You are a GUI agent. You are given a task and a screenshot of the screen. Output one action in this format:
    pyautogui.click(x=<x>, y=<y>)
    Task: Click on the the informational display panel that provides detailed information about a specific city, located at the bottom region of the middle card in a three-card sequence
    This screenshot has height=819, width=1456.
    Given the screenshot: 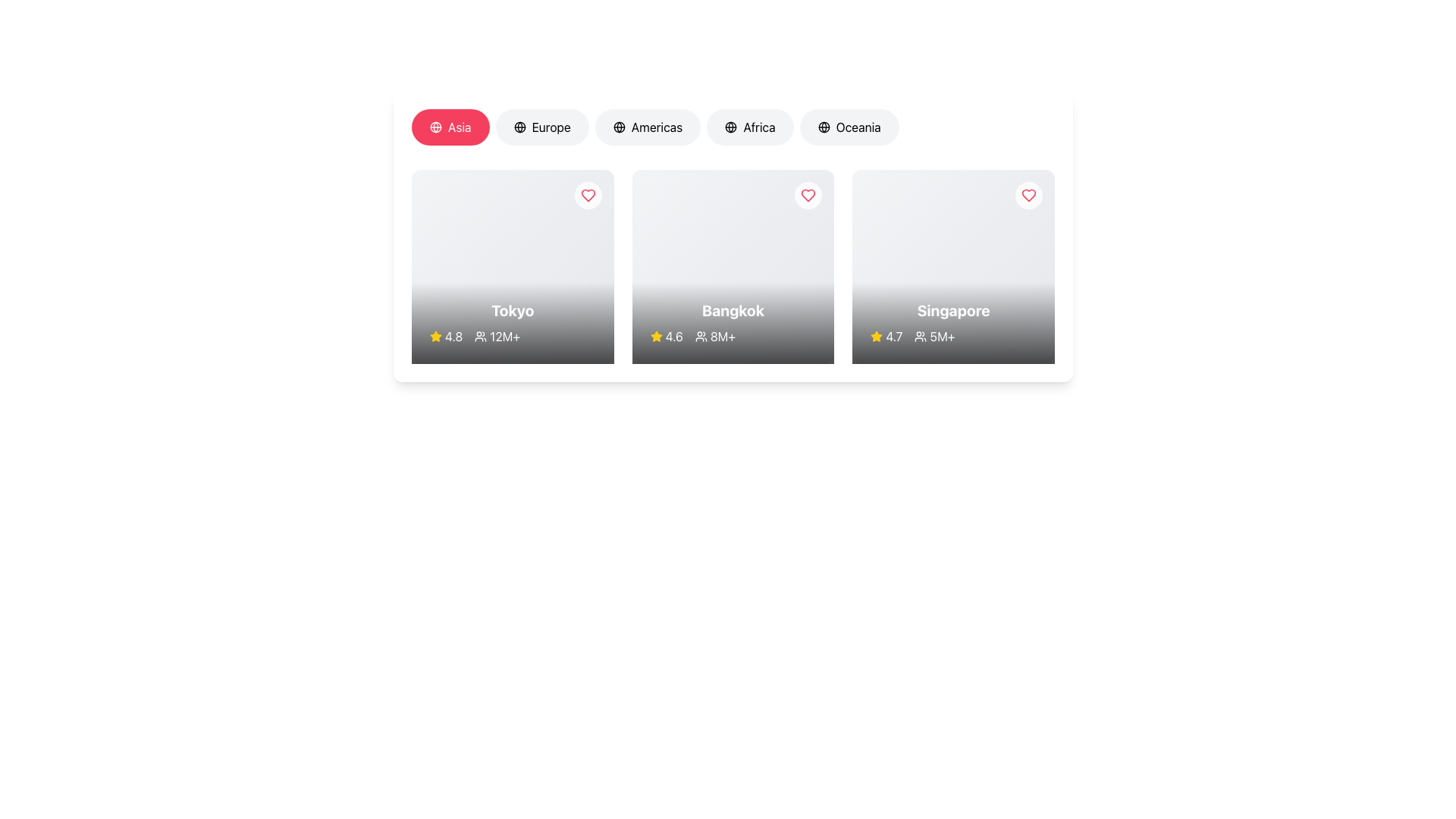 What is the action you would take?
    pyautogui.click(x=733, y=322)
    